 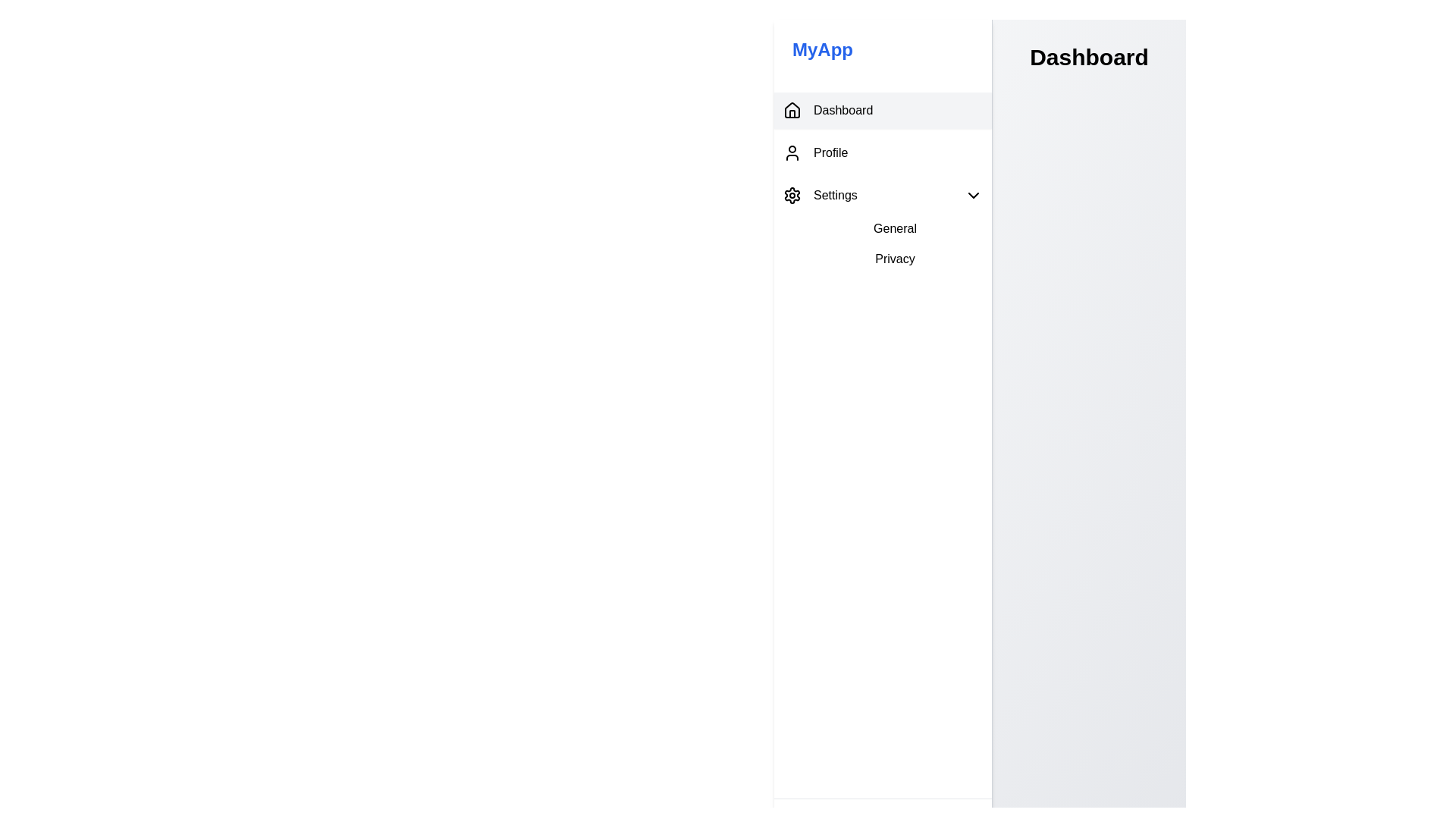 I want to click on the second menu item in the sidebar that is positioned below 'Dashboard' and above 'Settings', so click(x=883, y=152).